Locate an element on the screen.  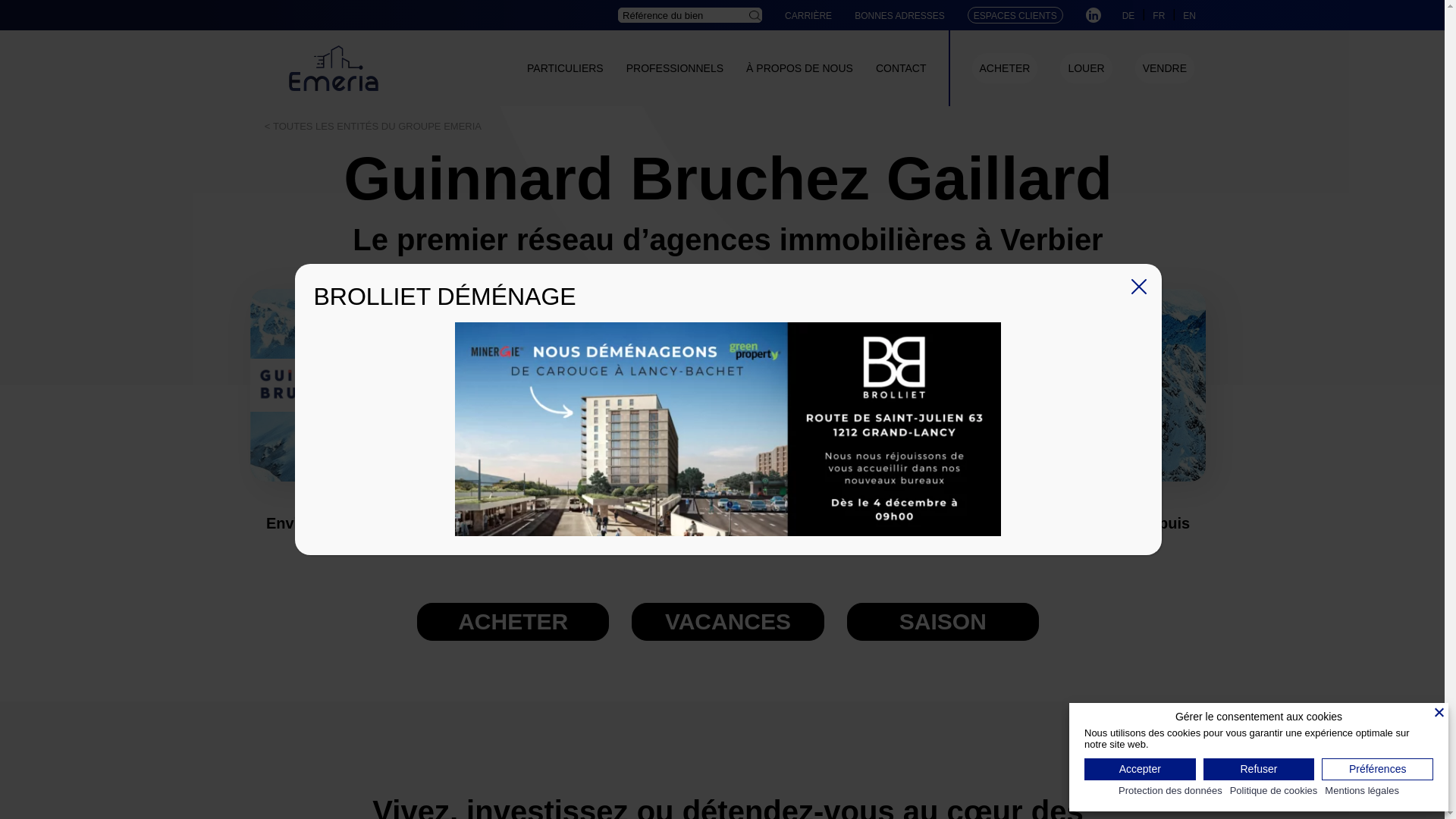
'VENDRE' is located at coordinates (1164, 67).